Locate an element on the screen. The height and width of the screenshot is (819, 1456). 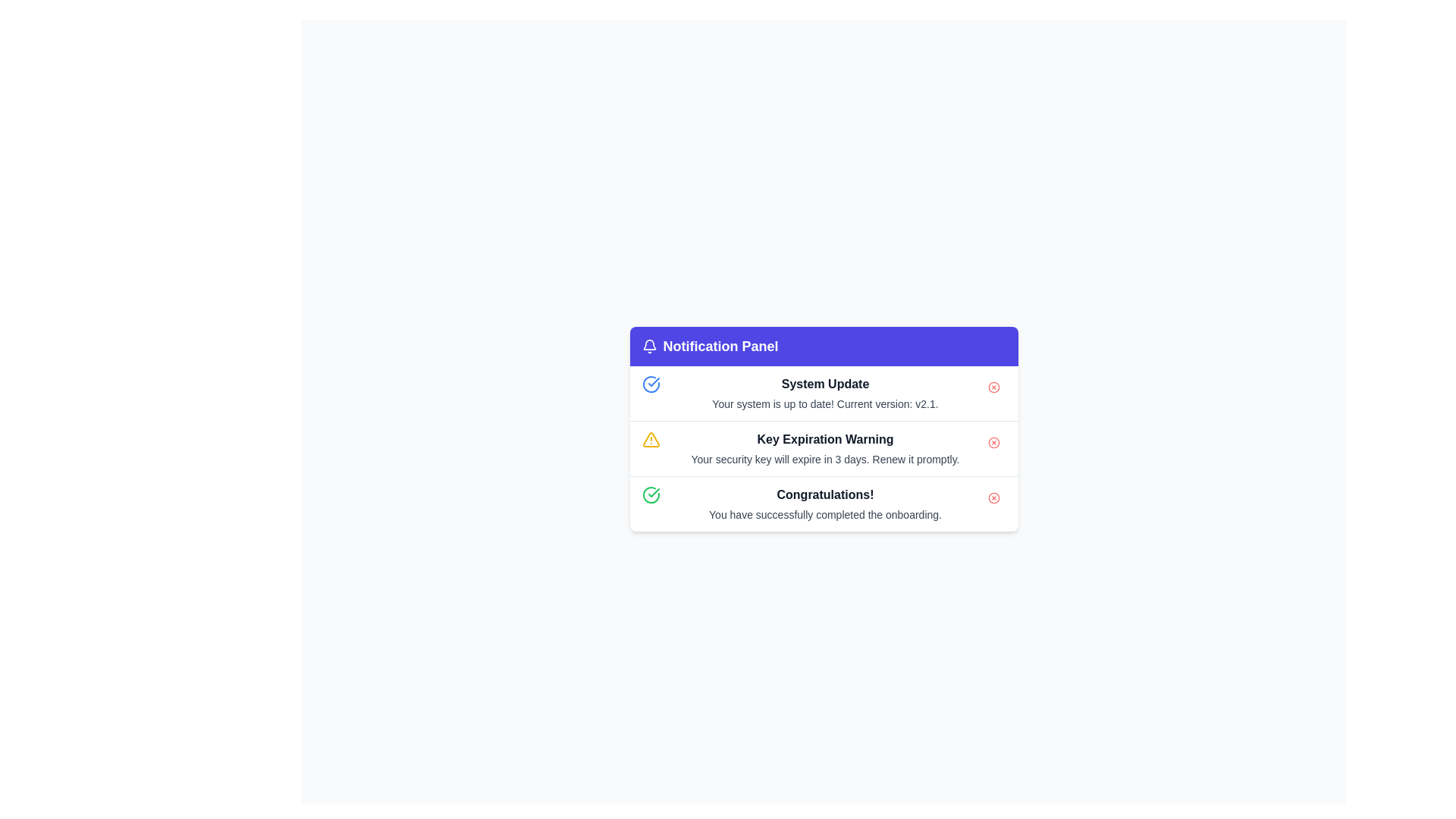
the circular red outlined button with a white interior and 'X' icon is located at coordinates (993, 497).